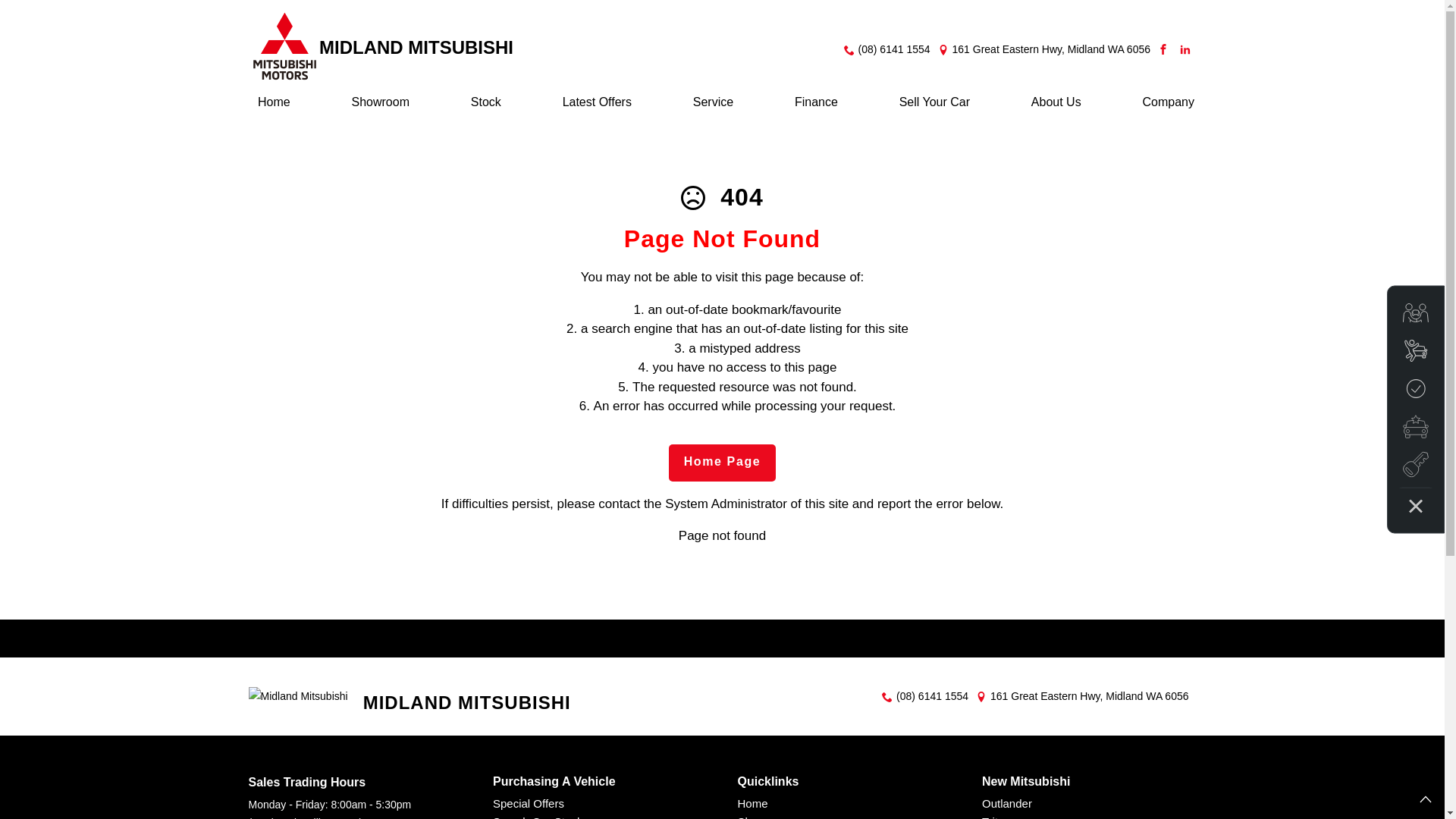 The image size is (1456, 819). Describe the element at coordinates (1163, 107) in the screenshot. I see `'Company'` at that location.